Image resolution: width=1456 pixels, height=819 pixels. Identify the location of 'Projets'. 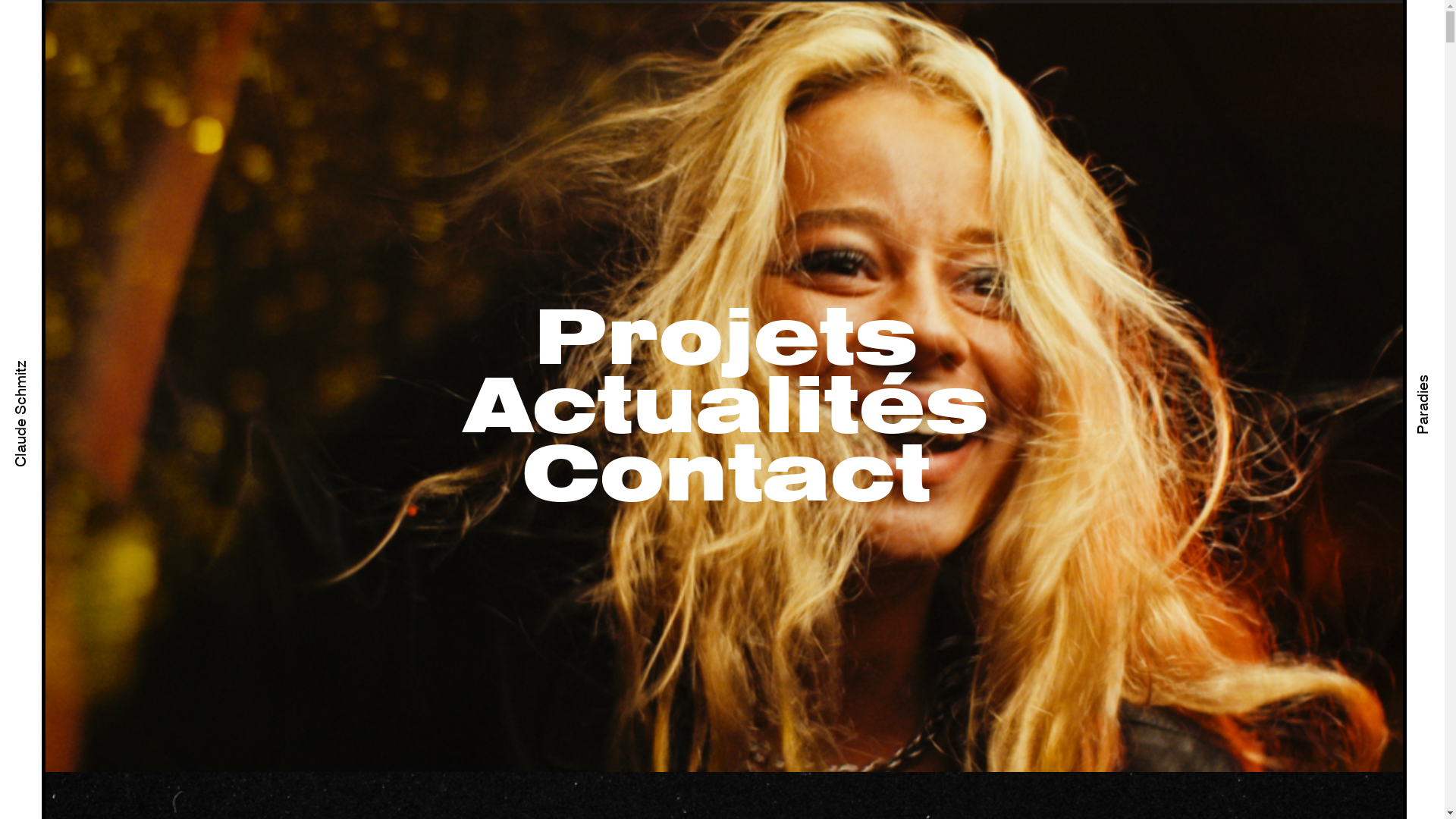
(725, 341).